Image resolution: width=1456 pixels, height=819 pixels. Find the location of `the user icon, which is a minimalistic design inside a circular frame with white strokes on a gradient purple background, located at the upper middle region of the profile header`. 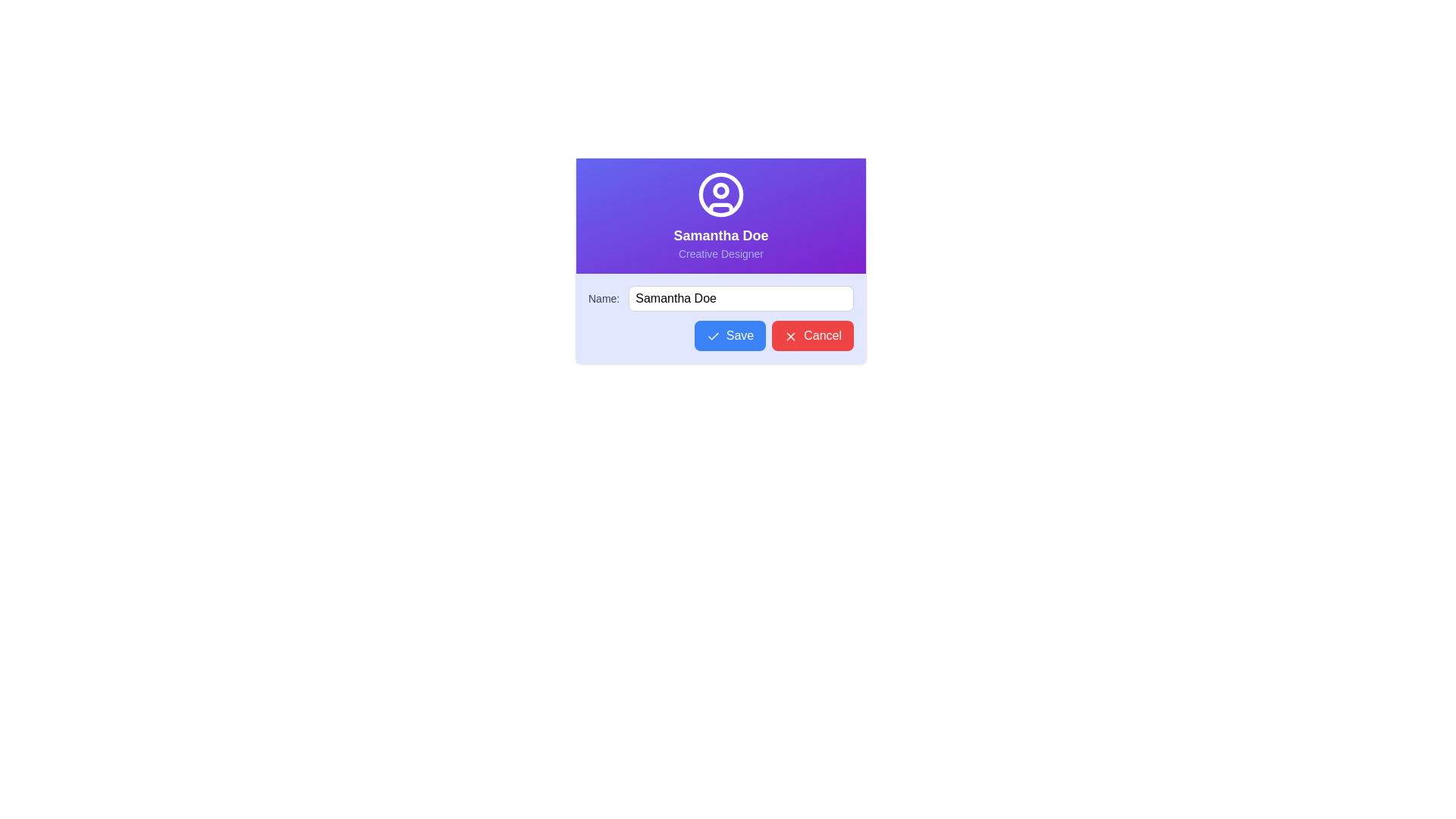

the user icon, which is a minimalistic design inside a circular frame with white strokes on a gradient purple background, located at the upper middle region of the profile header is located at coordinates (720, 197).